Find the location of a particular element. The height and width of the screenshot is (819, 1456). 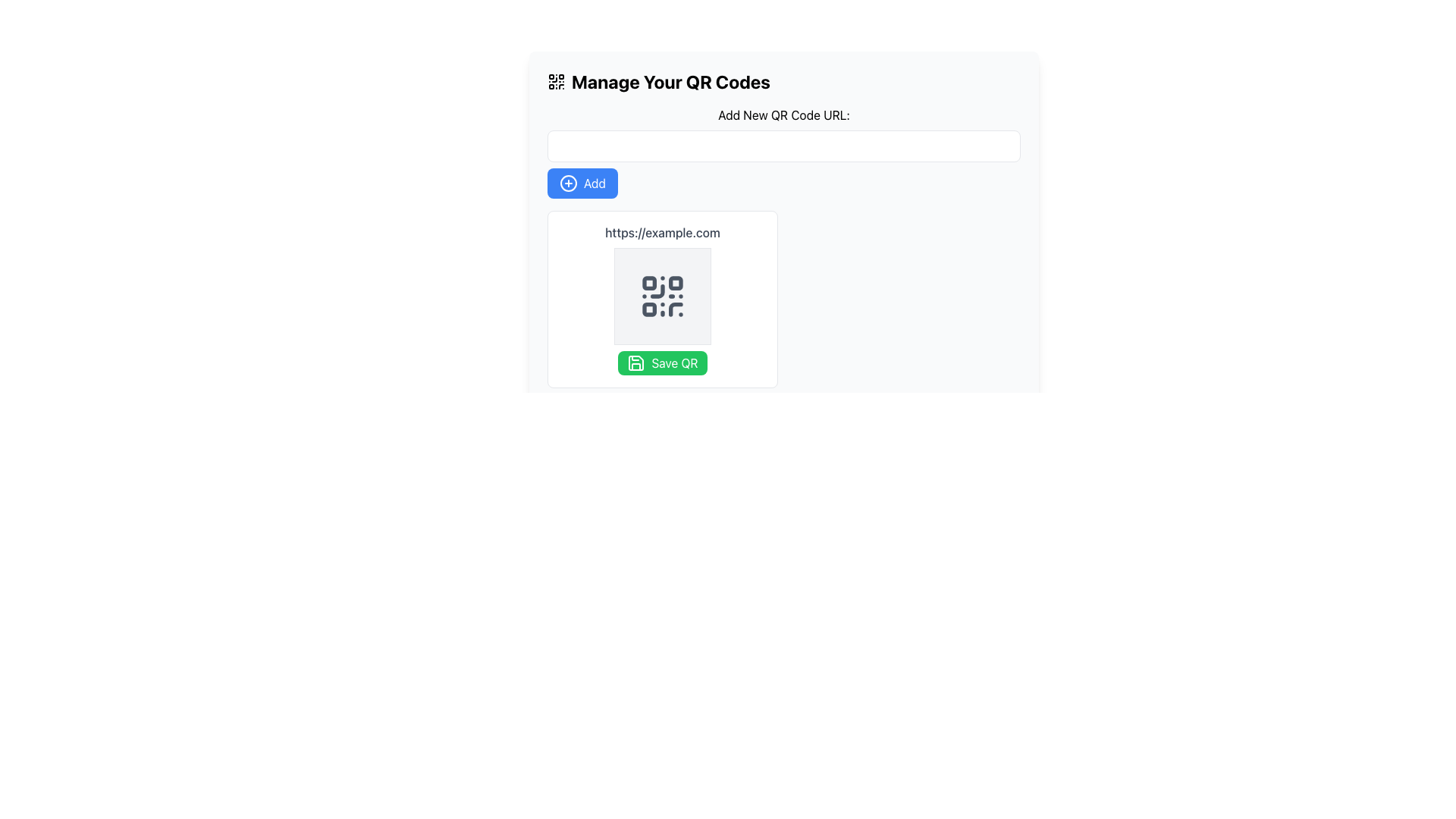

the decorative block within the QR code located in the lower-left quadrant, which is part of the QR code graphic is located at coordinates (649, 309).